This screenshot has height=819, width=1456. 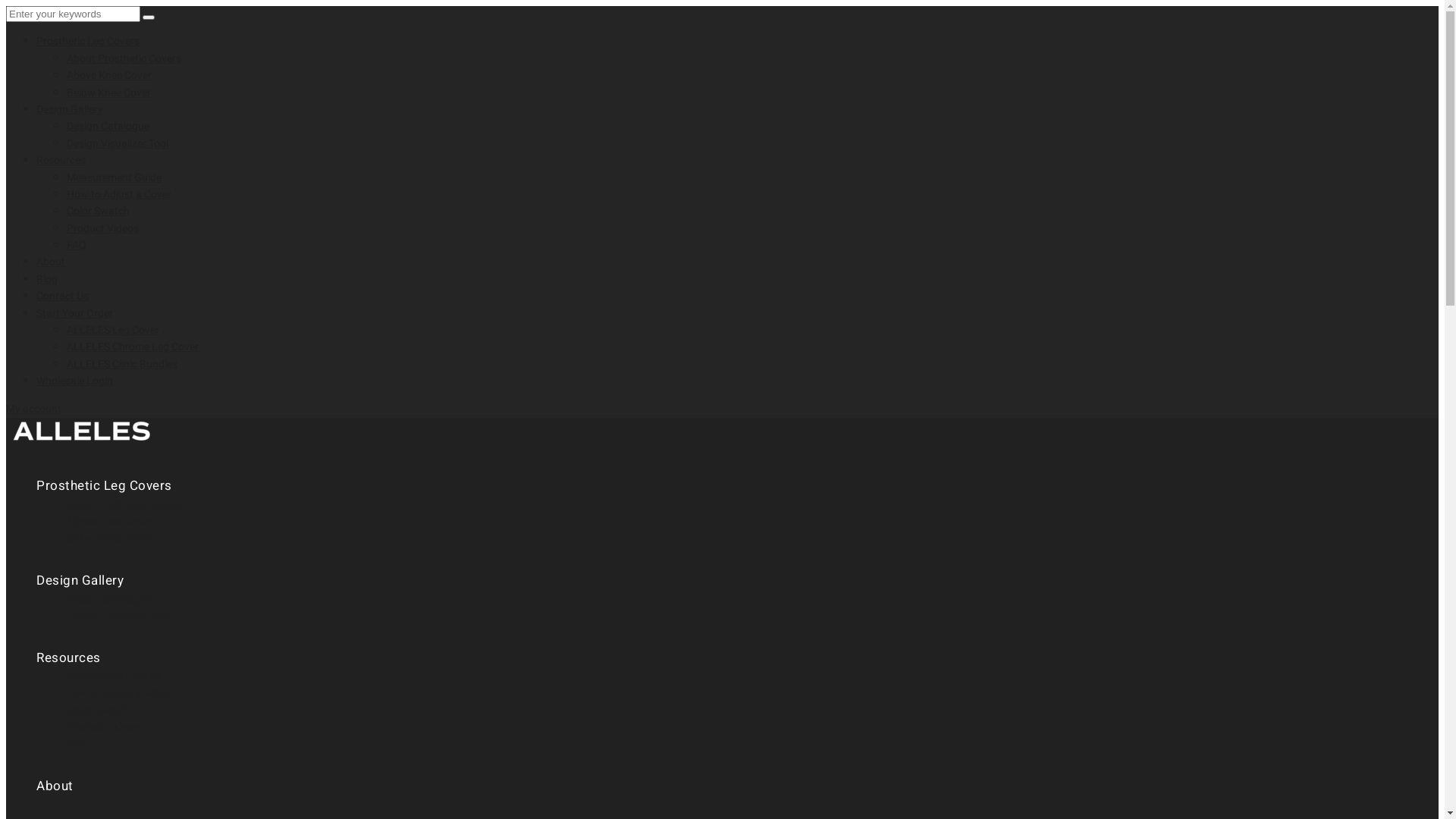 What do you see at coordinates (61, 296) in the screenshot?
I see `'Contact Us'` at bounding box center [61, 296].